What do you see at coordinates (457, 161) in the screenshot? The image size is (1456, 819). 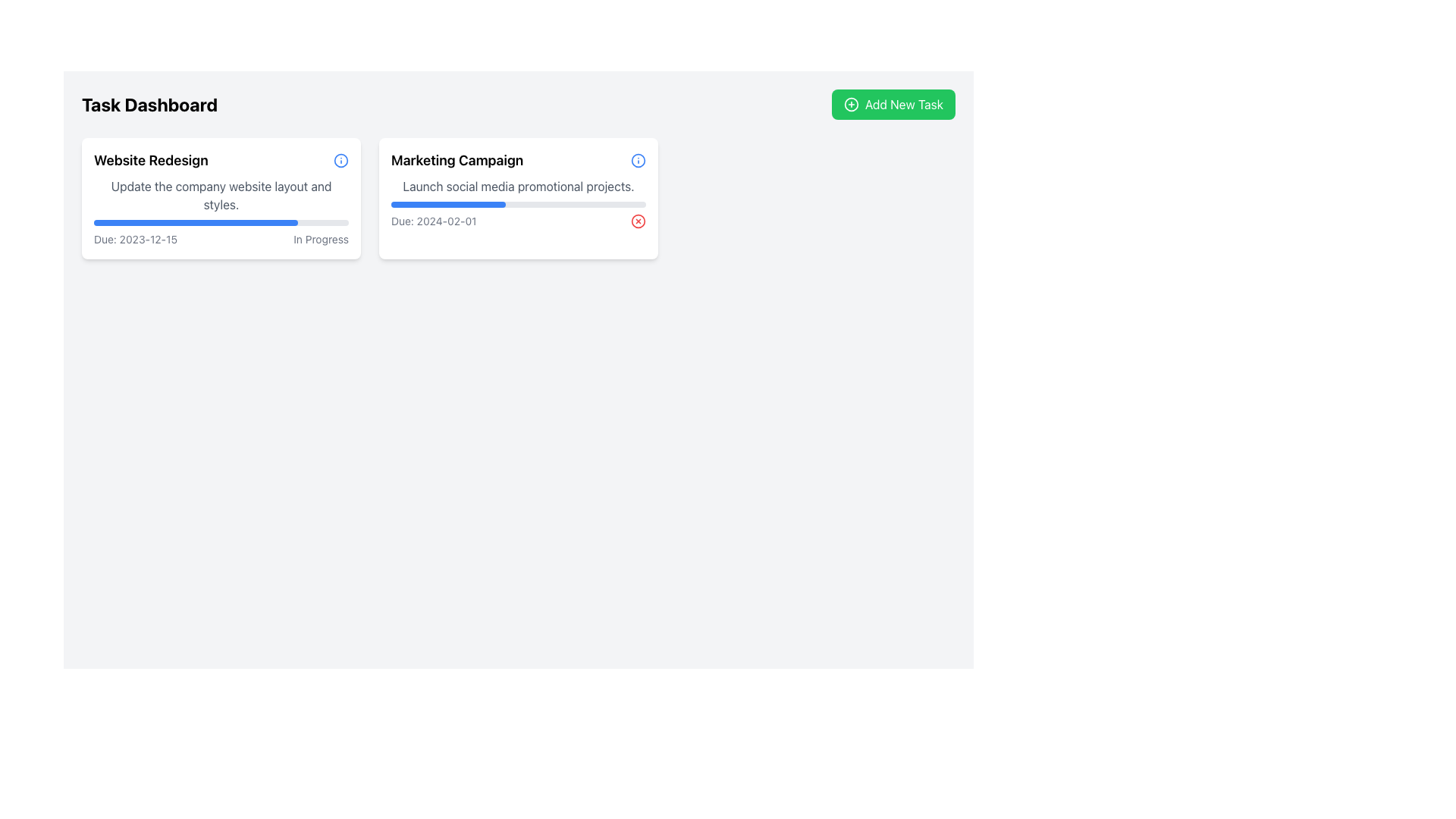 I see `prominently displayed text label that says 'Marketing Campaign', located at the center-top of the card-like UI component` at bounding box center [457, 161].